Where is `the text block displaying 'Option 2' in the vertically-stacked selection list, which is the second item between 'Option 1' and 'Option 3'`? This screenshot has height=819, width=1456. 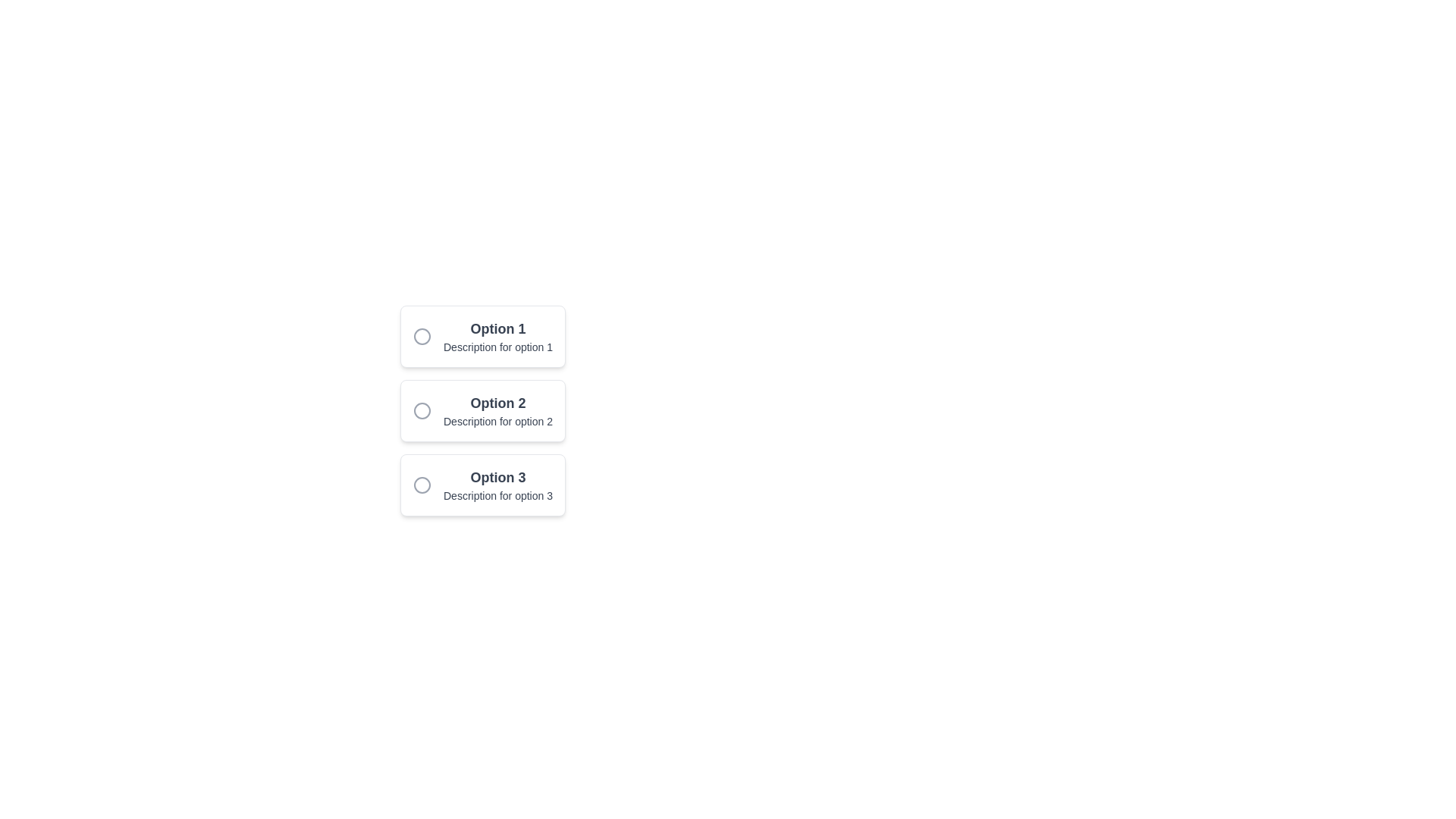 the text block displaying 'Option 2' in the vertically-stacked selection list, which is the second item between 'Option 1' and 'Option 3' is located at coordinates (498, 411).